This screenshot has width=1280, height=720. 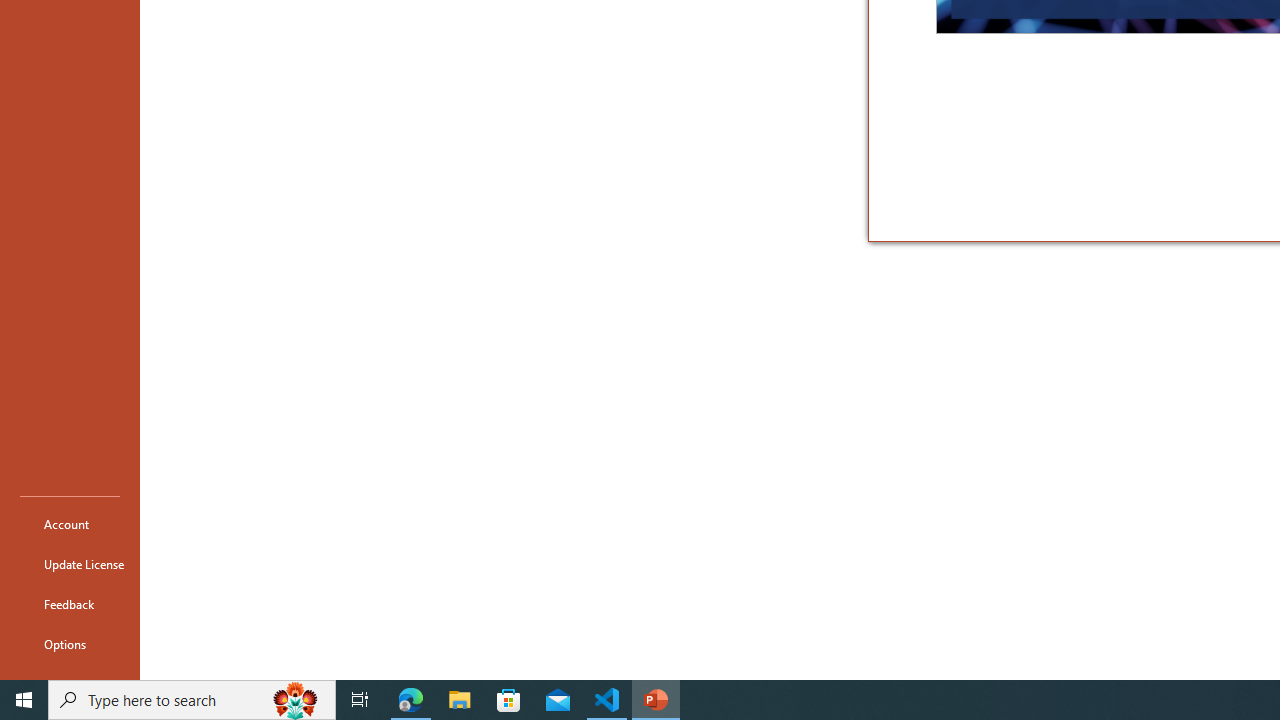 What do you see at coordinates (69, 523) in the screenshot?
I see `'Account'` at bounding box center [69, 523].